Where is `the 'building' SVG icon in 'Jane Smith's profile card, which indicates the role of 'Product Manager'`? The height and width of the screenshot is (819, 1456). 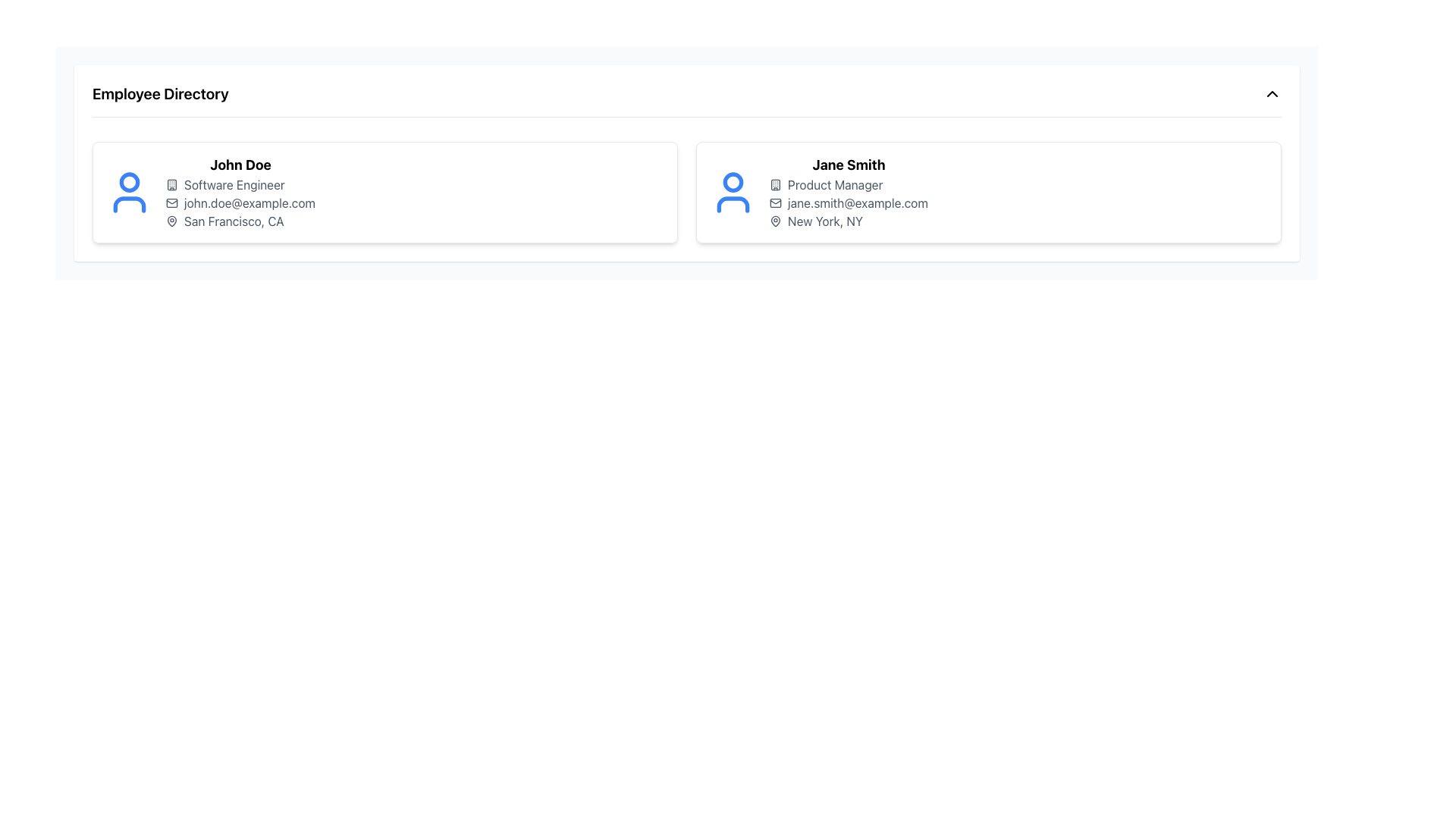
the 'building' SVG icon in 'Jane Smith's profile card, which indicates the role of 'Product Manager' is located at coordinates (775, 184).